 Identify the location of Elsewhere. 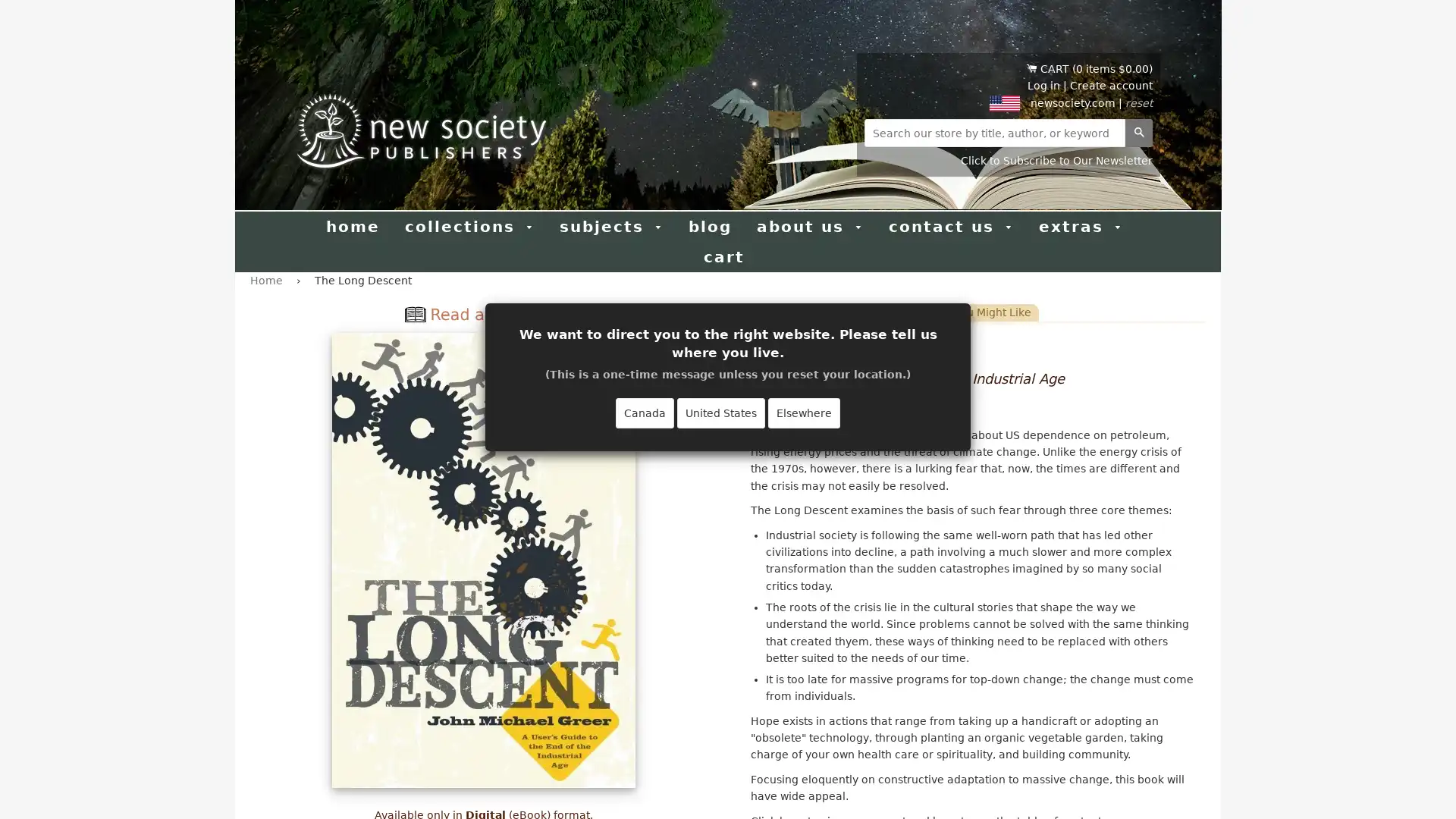
(803, 413).